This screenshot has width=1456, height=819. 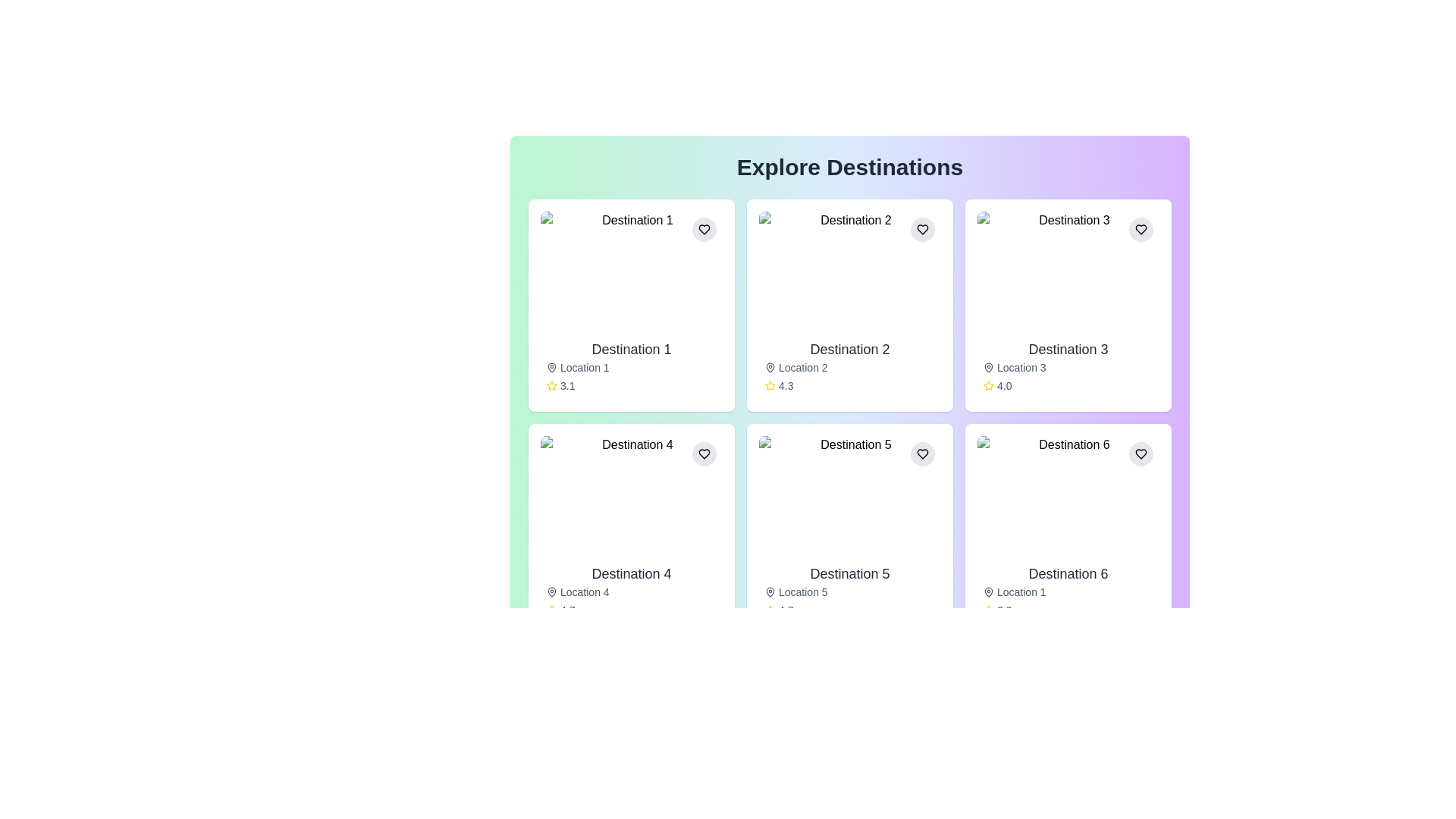 What do you see at coordinates (1068, 366) in the screenshot?
I see `the informational display component for 'Destination 3'` at bounding box center [1068, 366].